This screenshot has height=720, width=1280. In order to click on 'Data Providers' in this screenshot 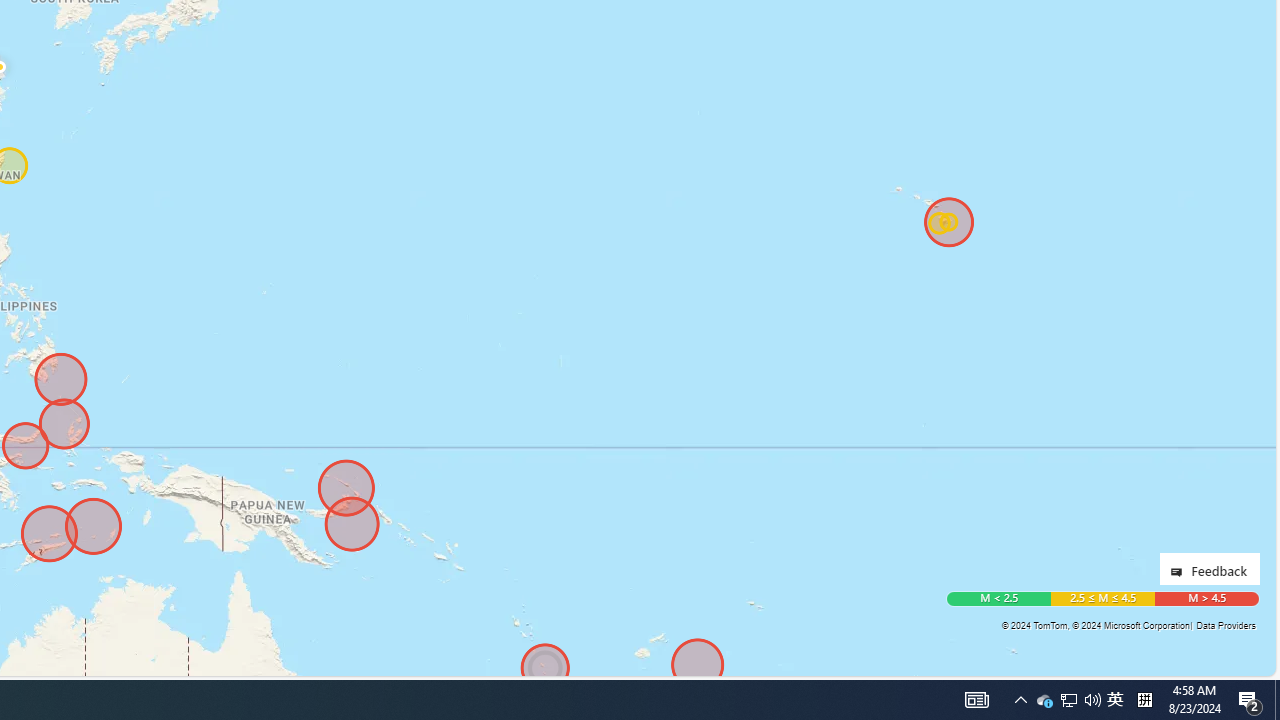, I will do `click(1224, 624)`.